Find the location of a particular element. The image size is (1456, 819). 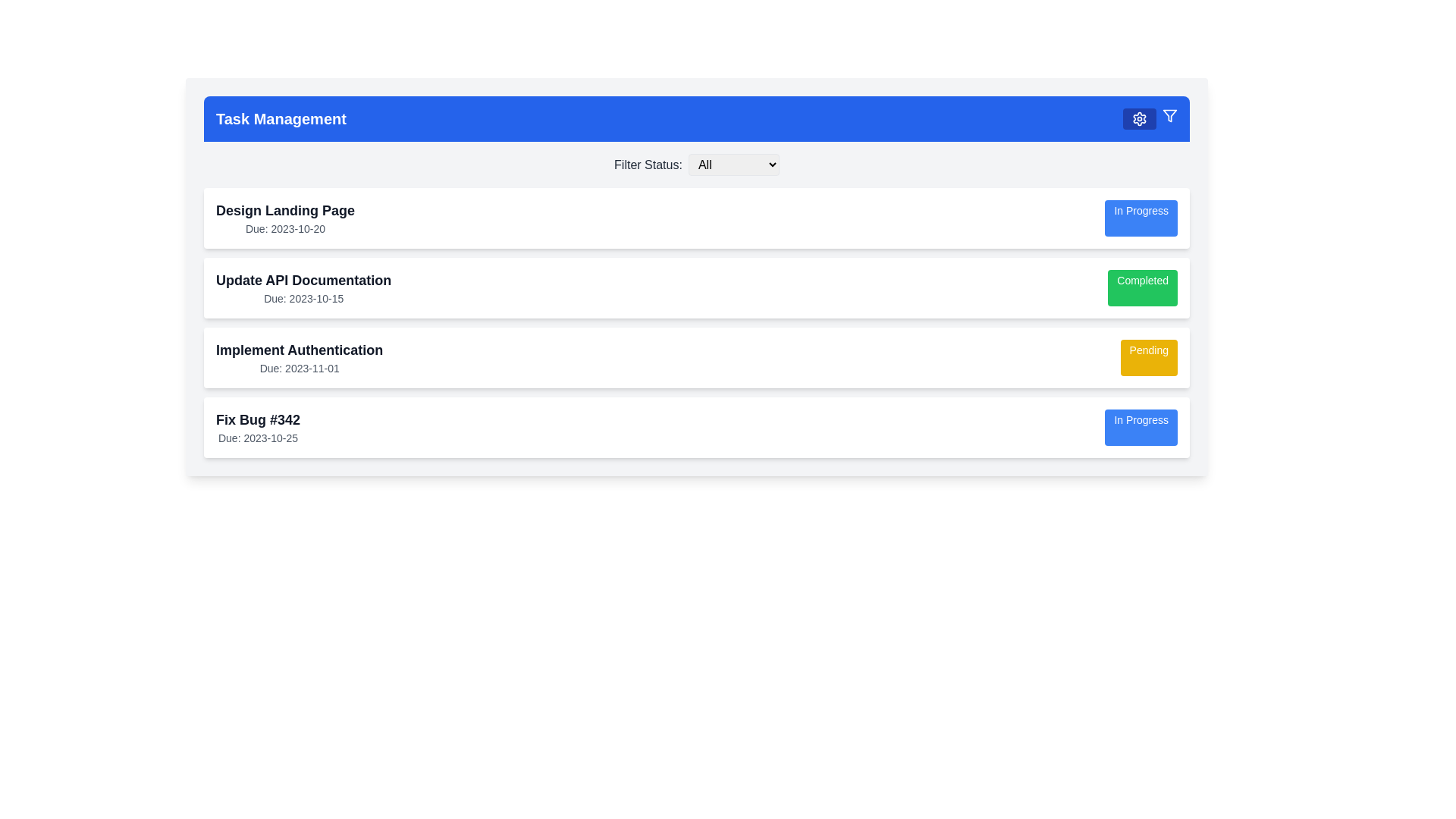

the text element displaying the title 'Fix Bug #342', which is prominently bold and located above the due date information in a card at the bottom of the task list is located at coordinates (258, 420).